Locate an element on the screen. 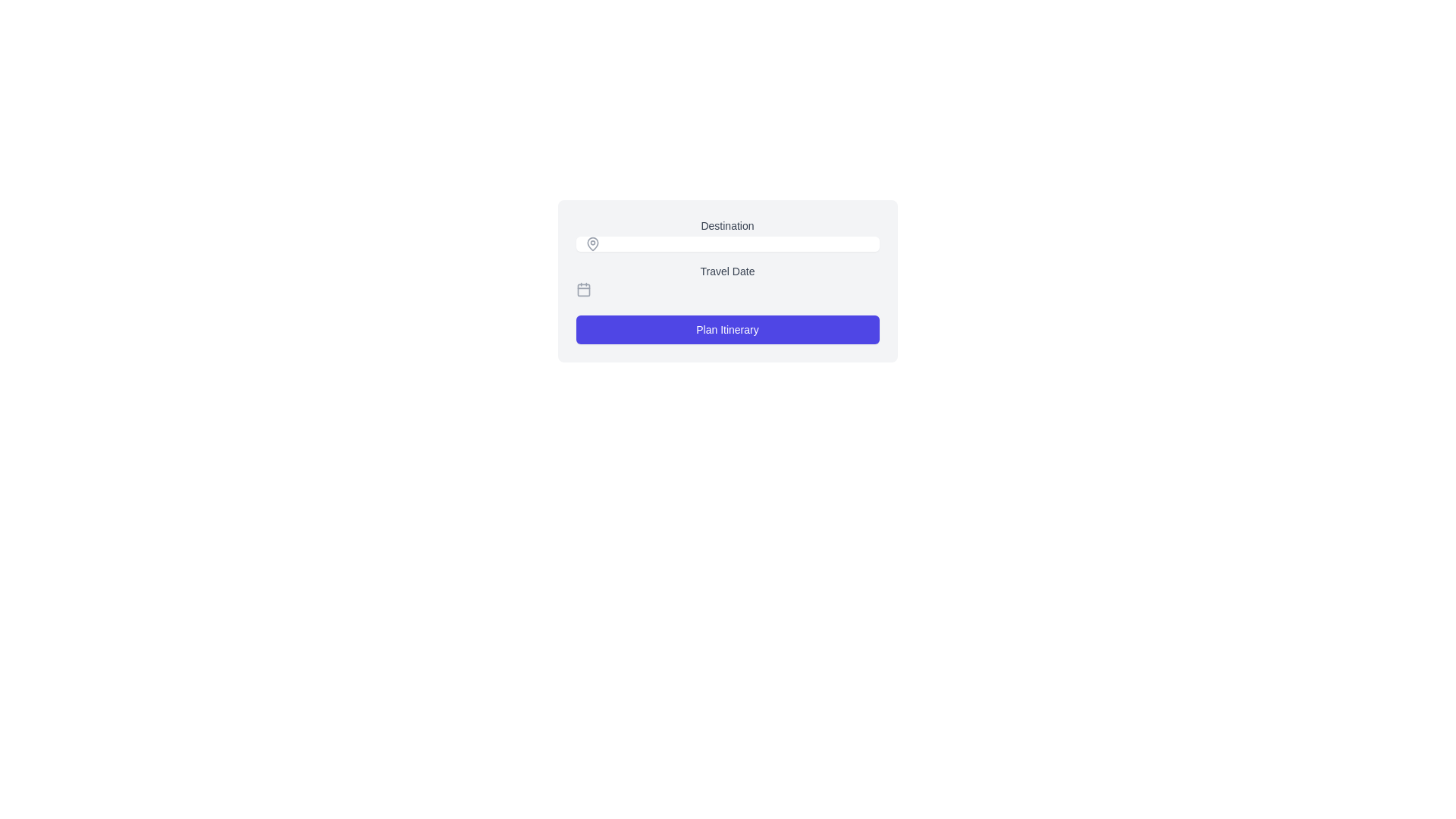 The image size is (1456, 819). the calendar icon represented by an SVG rectangle with rounded corners, which is part of the interactive form under the 'Travel Date' text is located at coordinates (582, 290).